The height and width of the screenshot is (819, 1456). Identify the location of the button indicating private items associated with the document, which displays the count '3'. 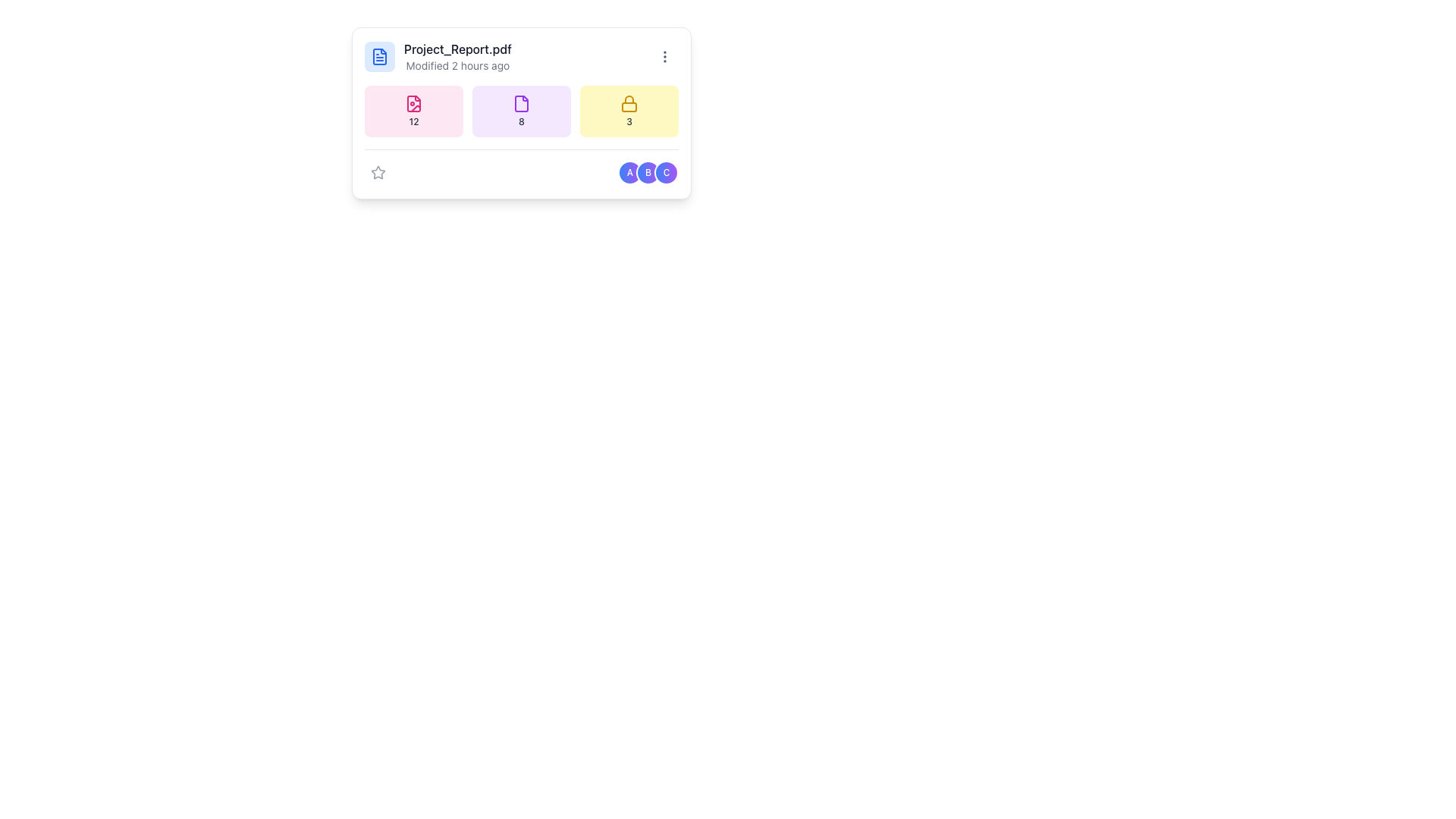
(629, 110).